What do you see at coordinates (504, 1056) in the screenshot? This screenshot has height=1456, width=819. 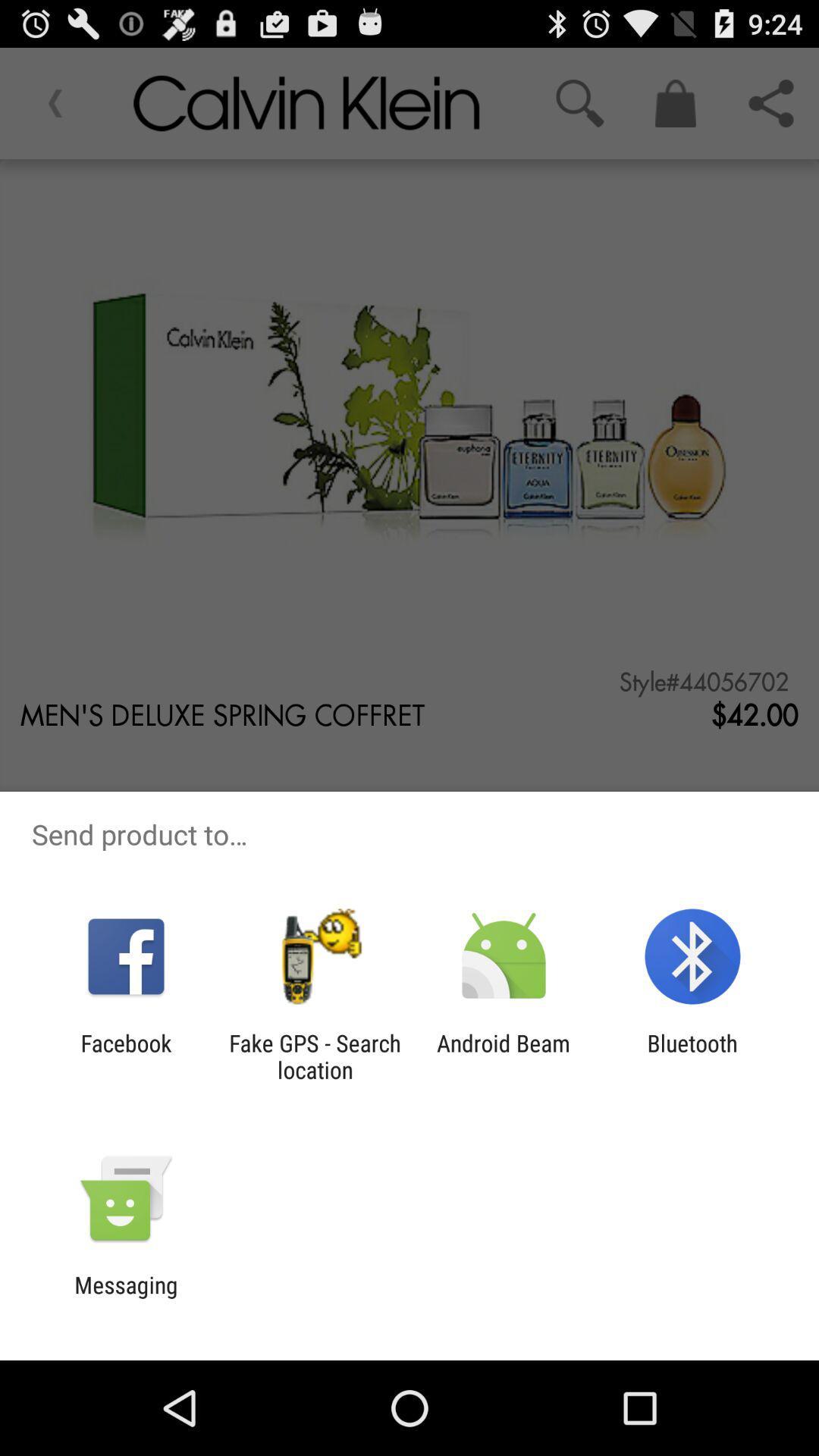 I see `item to the left of the bluetooth app` at bounding box center [504, 1056].